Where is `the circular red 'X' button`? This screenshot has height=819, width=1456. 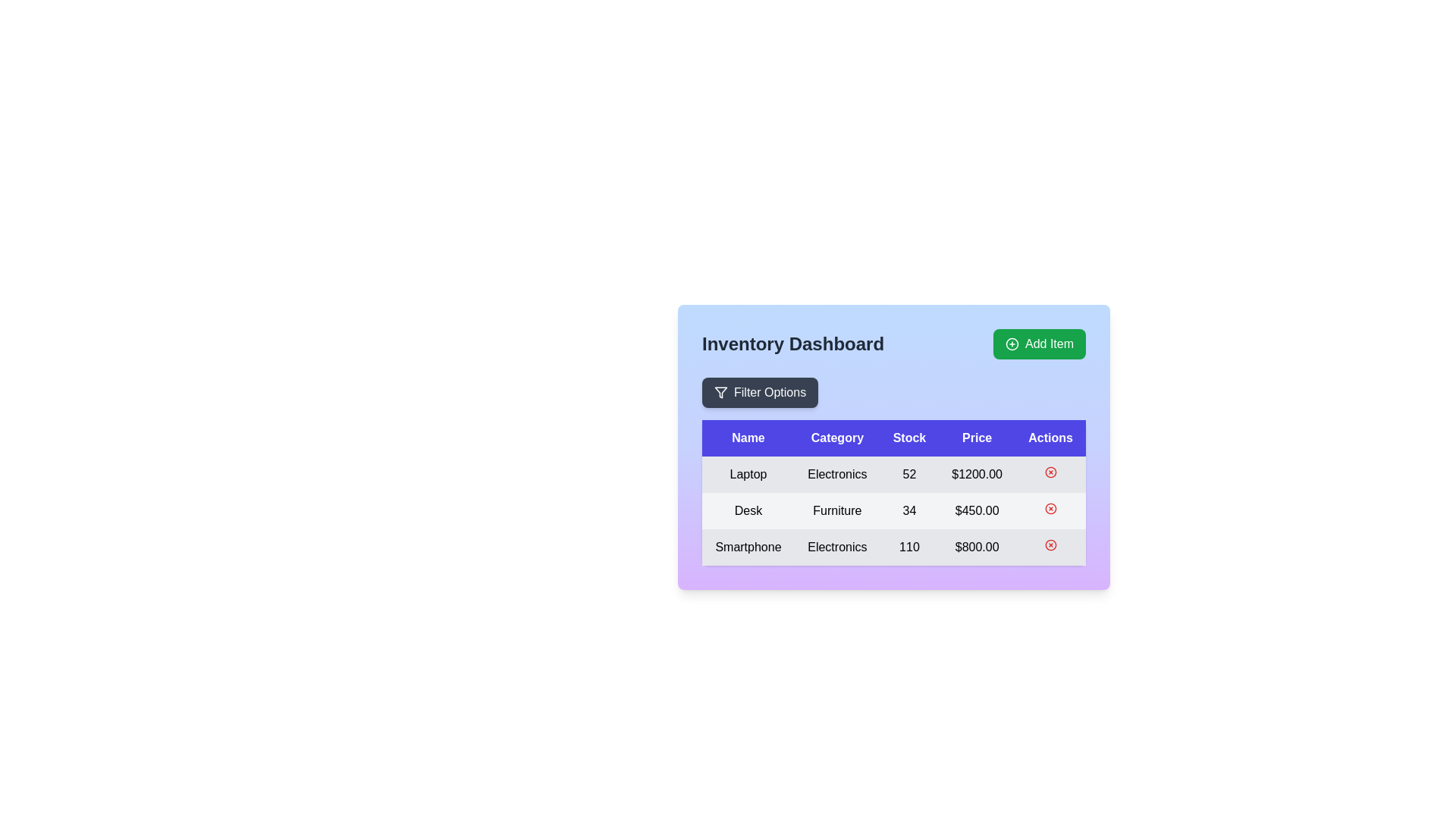 the circular red 'X' button is located at coordinates (1050, 472).